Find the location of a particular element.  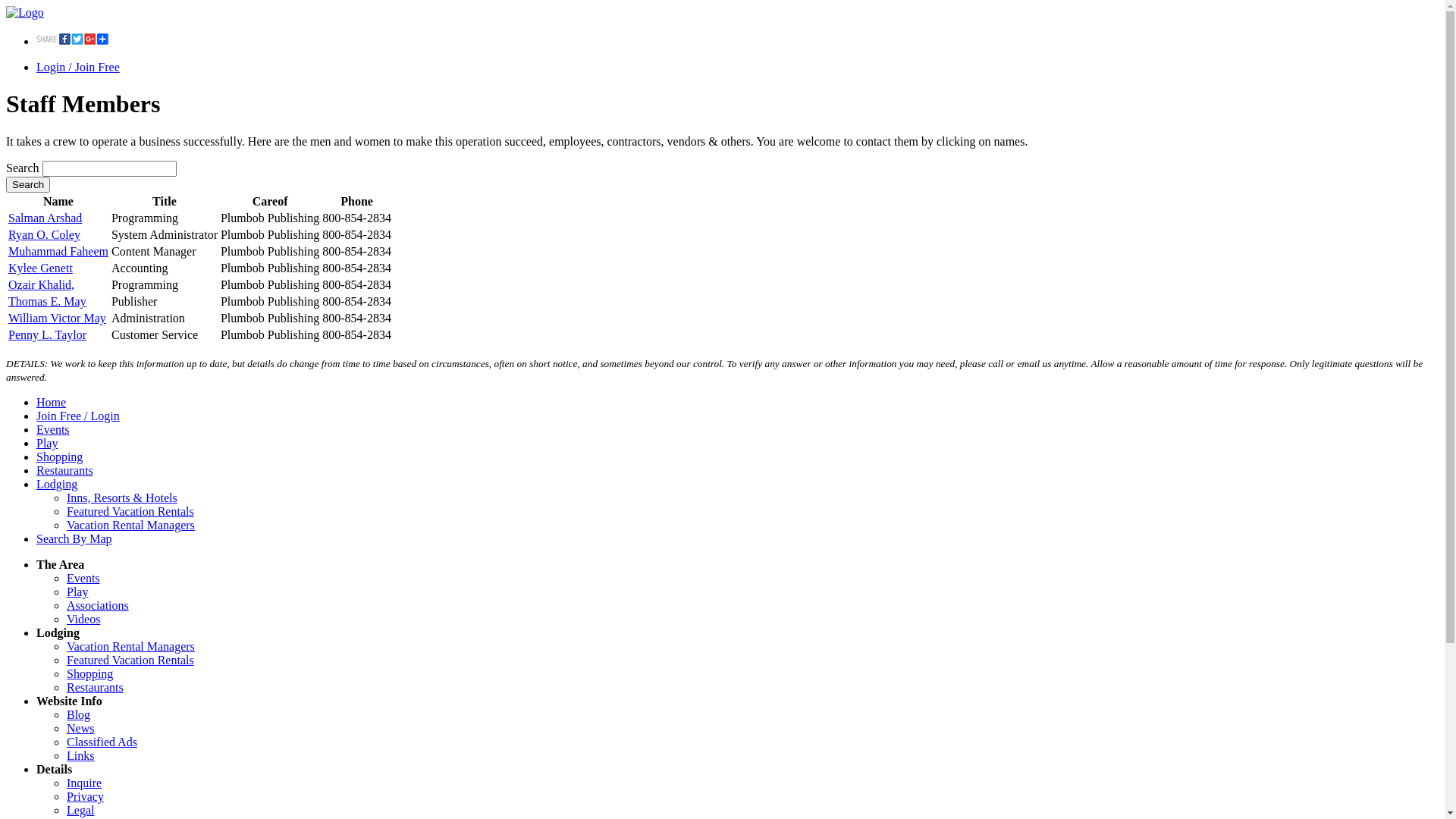

'Penny L. Taylor' is located at coordinates (47, 334).